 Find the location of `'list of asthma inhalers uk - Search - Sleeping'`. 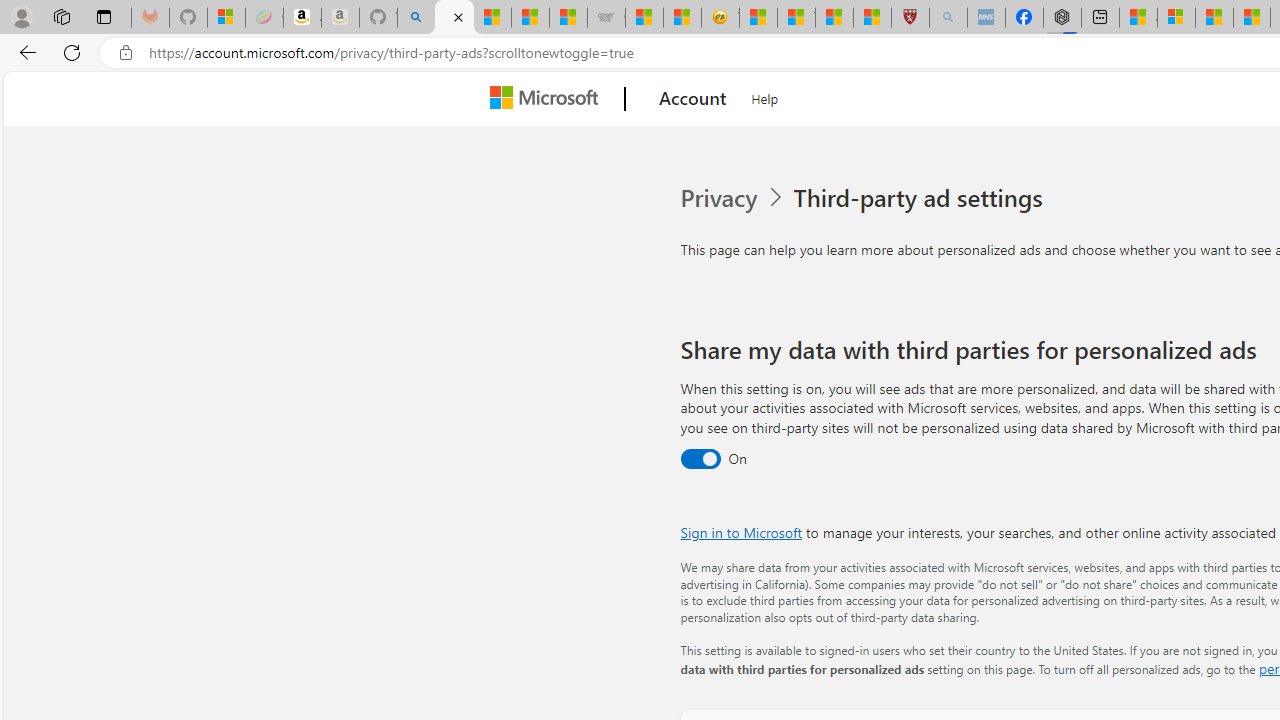

'list of asthma inhalers uk - Search - Sleeping' is located at coordinates (947, 17).